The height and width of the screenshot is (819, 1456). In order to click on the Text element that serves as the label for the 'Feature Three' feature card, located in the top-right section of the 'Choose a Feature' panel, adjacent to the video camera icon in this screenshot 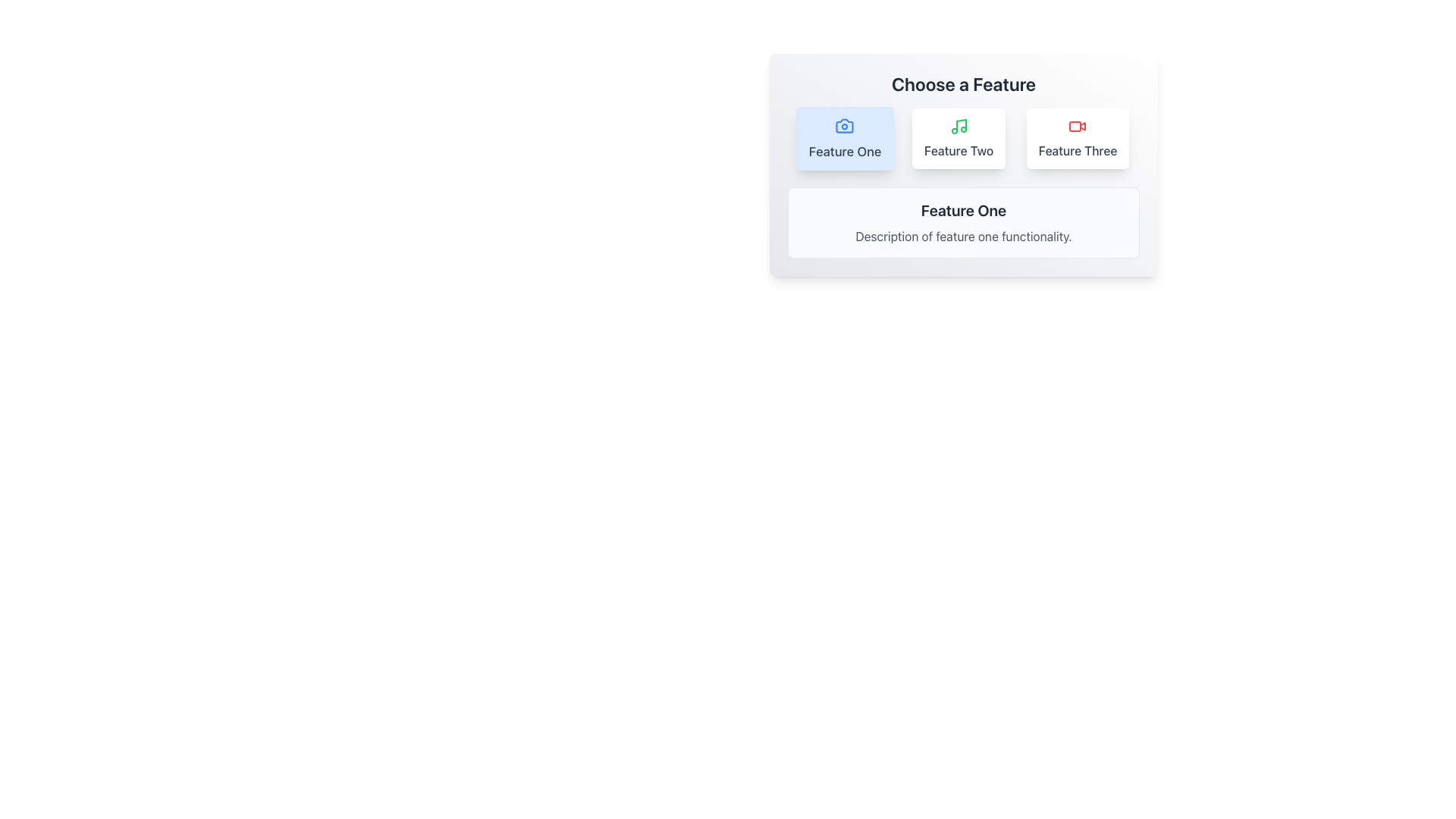, I will do `click(1077, 151)`.